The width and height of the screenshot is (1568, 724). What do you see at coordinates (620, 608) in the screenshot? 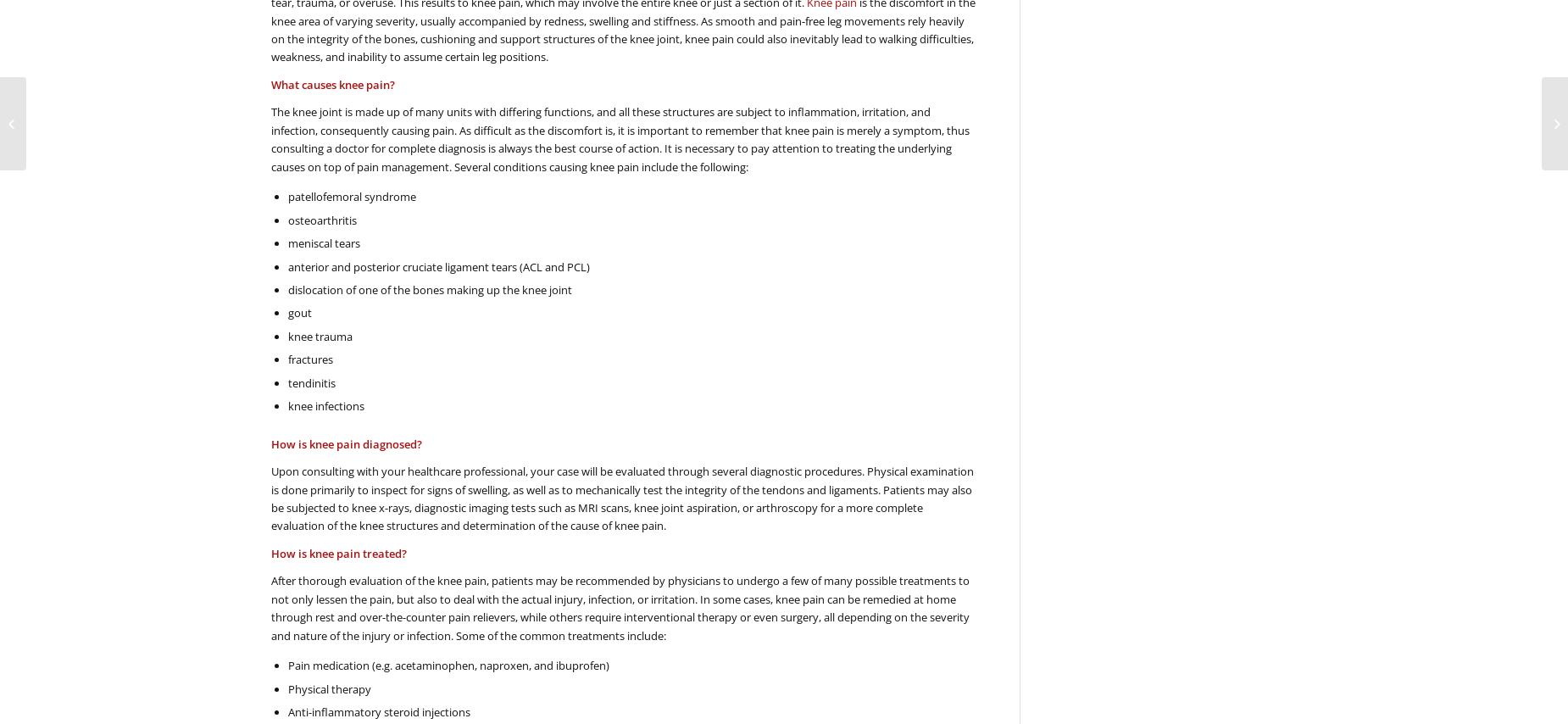
I see `'After thorough evaluation of the knee pain, patients may be recommended by physicians to undergo a few of many possible treatments to not only lessen the pain, but also to deal with the actual injury, infection, or irritation. In some cases, knee pain can be remedied at home through rest and over-the-counter pain relievers, while others require interventional therapy or even surgery, all depending on the severity and nature of the injury or infection. Some of the common treatments include:'` at bounding box center [620, 608].